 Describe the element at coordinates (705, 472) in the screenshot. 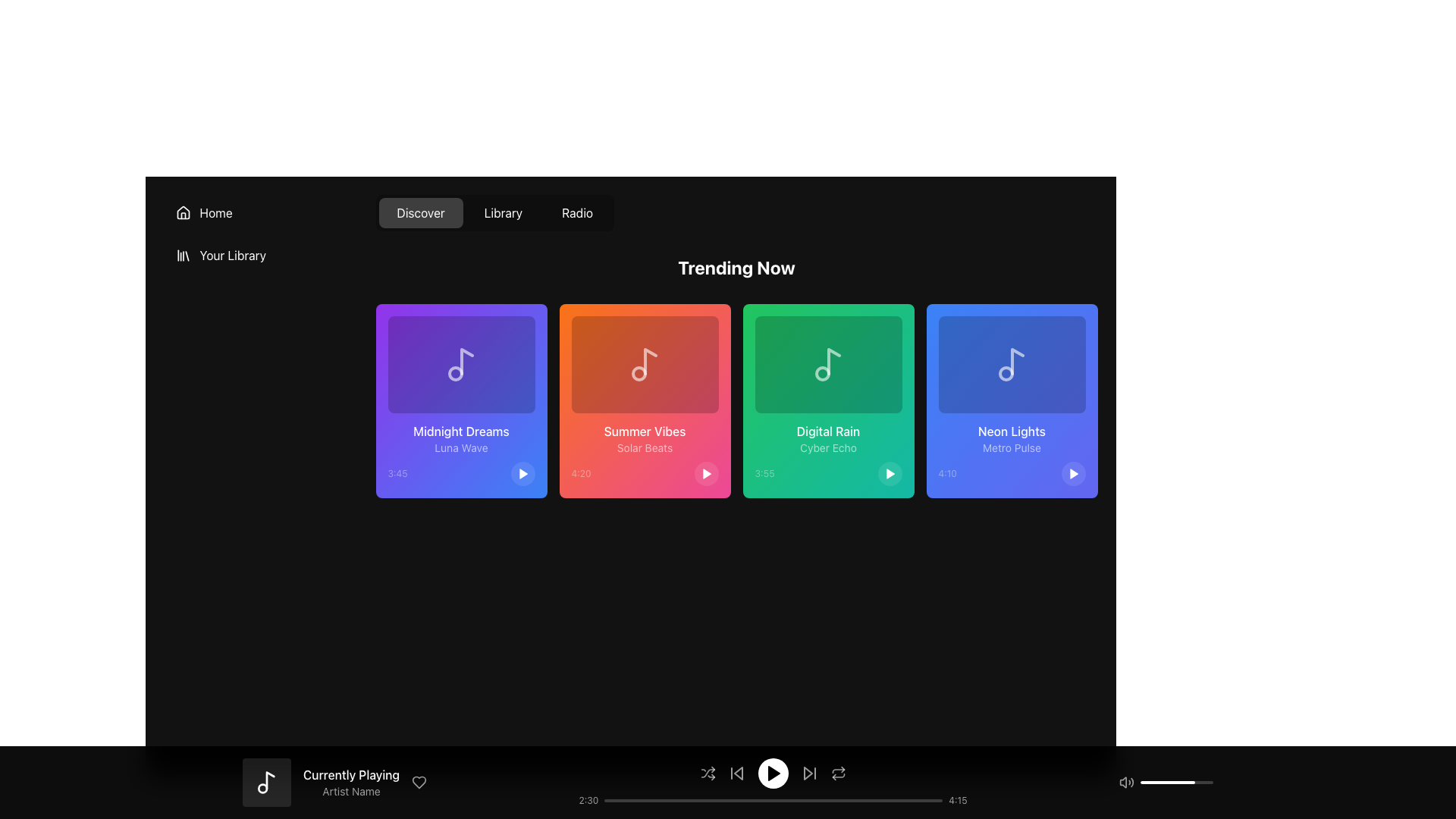

I see `the circular play button with a semi-transparent white background and a triangular play symbol, located at the bottom-right corner of the 'Summer Vibes' card` at that location.